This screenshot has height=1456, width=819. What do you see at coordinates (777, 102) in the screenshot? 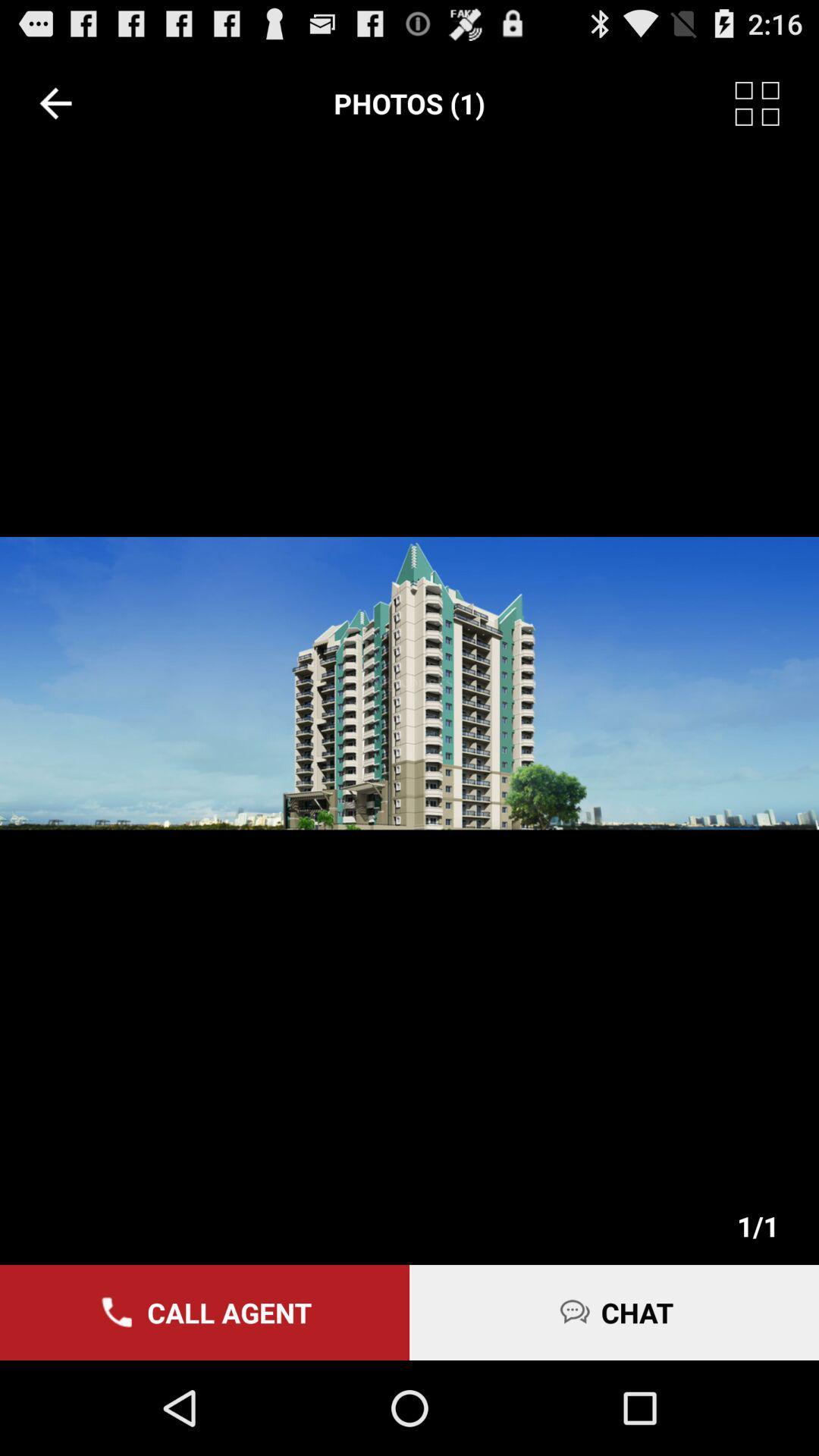
I see `the item next to the photos (1) icon` at bounding box center [777, 102].